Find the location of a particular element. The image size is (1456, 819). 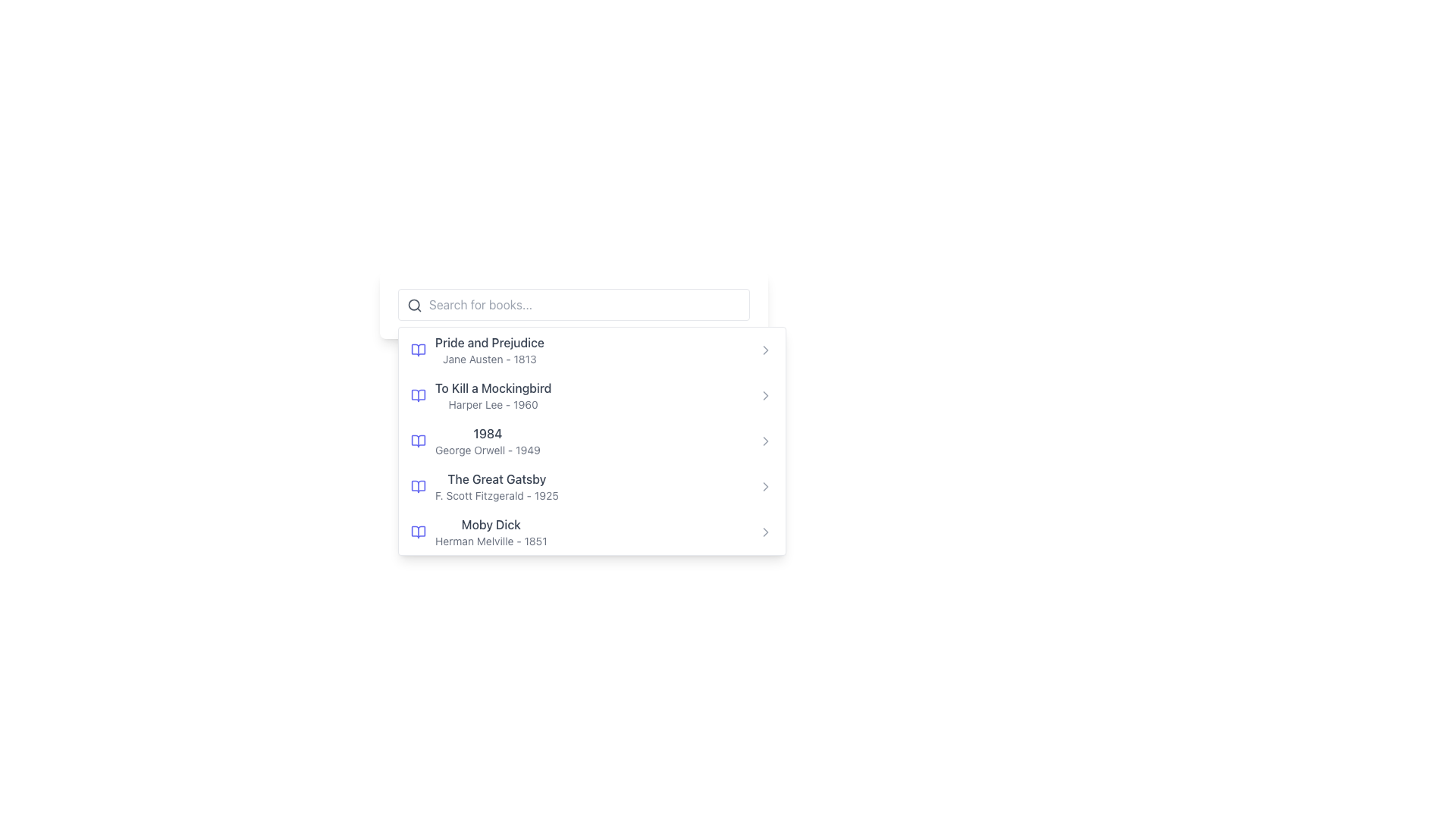

the bolded label displaying the title '1984', which is styled in dark gray and is the main label of the entry featuring '1984 by George Orwell' is located at coordinates (488, 433).